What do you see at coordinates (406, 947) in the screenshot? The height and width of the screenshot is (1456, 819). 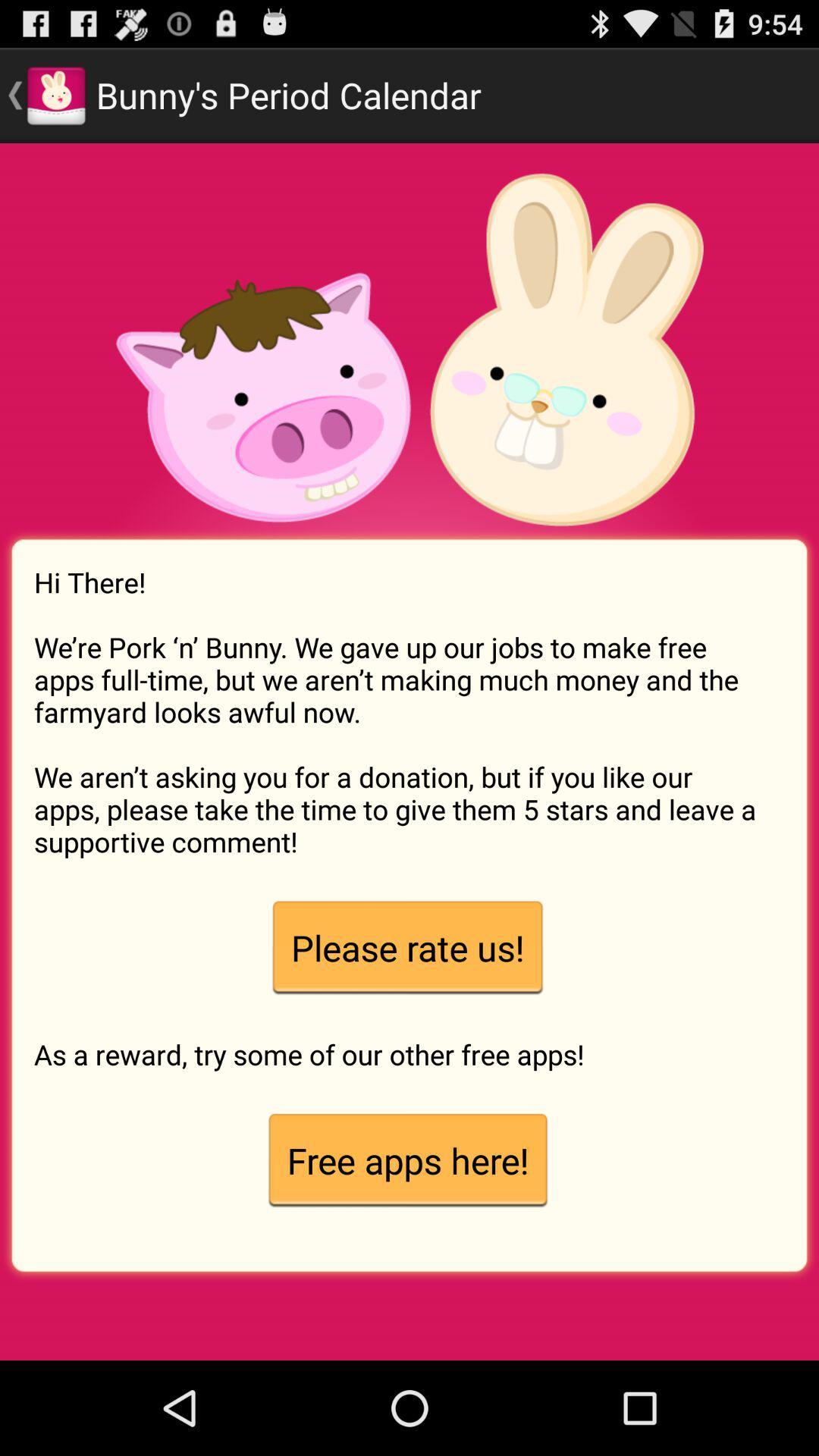 I see `please rate us! item` at bounding box center [406, 947].